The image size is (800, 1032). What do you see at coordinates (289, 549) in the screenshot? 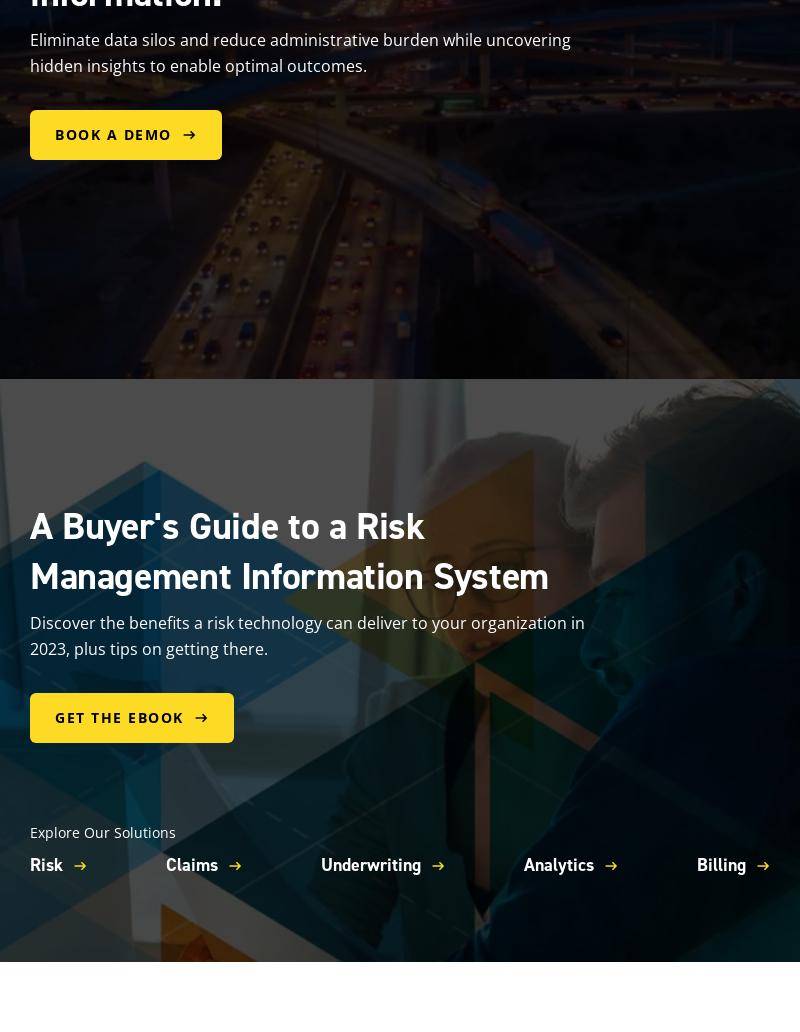
I see `'A Buyer's Guide to a Risk Management Information System'` at bounding box center [289, 549].